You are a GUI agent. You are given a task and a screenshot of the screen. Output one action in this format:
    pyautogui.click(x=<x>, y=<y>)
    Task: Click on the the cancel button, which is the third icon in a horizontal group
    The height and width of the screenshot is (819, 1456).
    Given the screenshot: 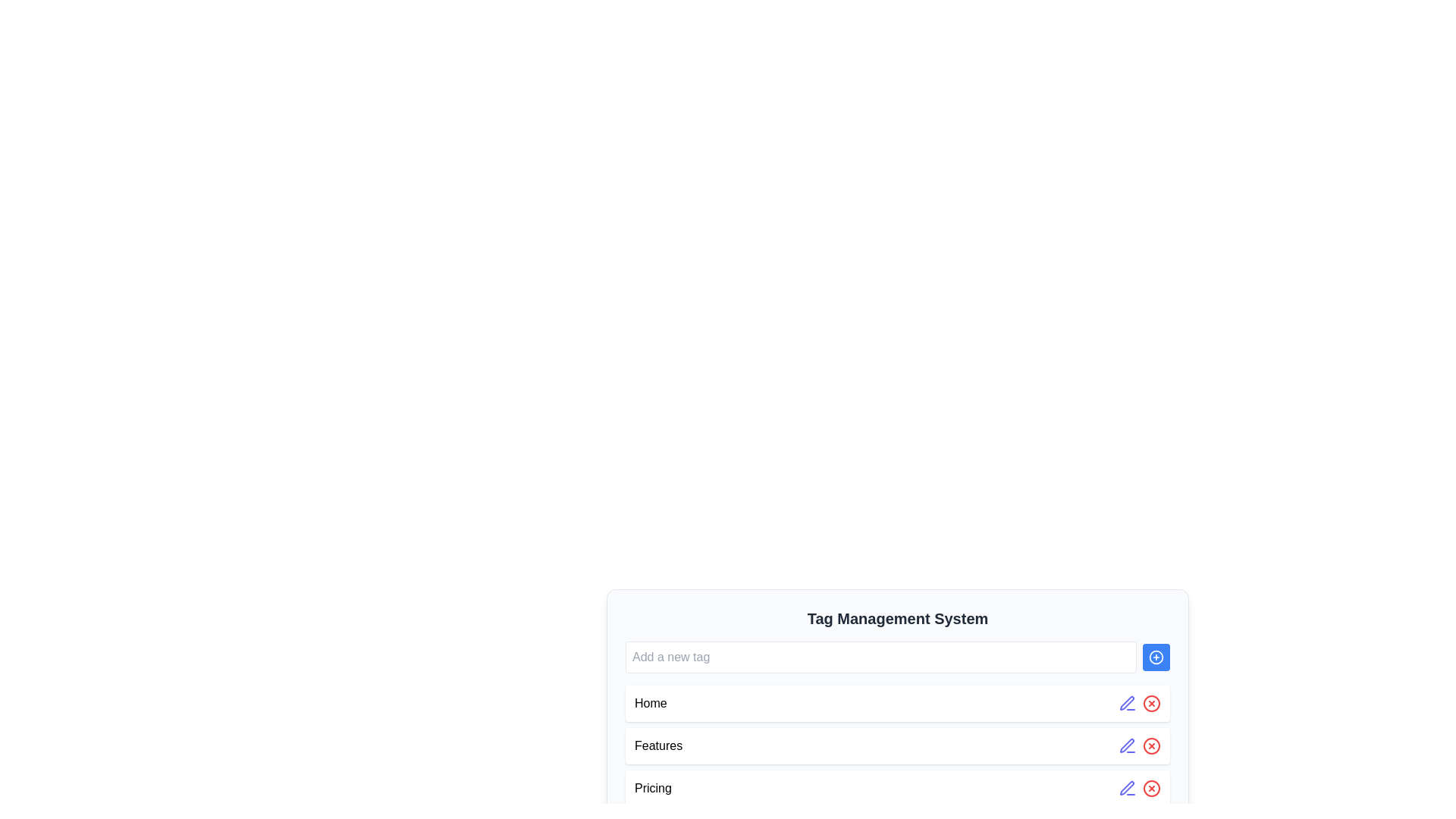 What is the action you would take?
    pyautogui.click(x=1151, y=788)
    